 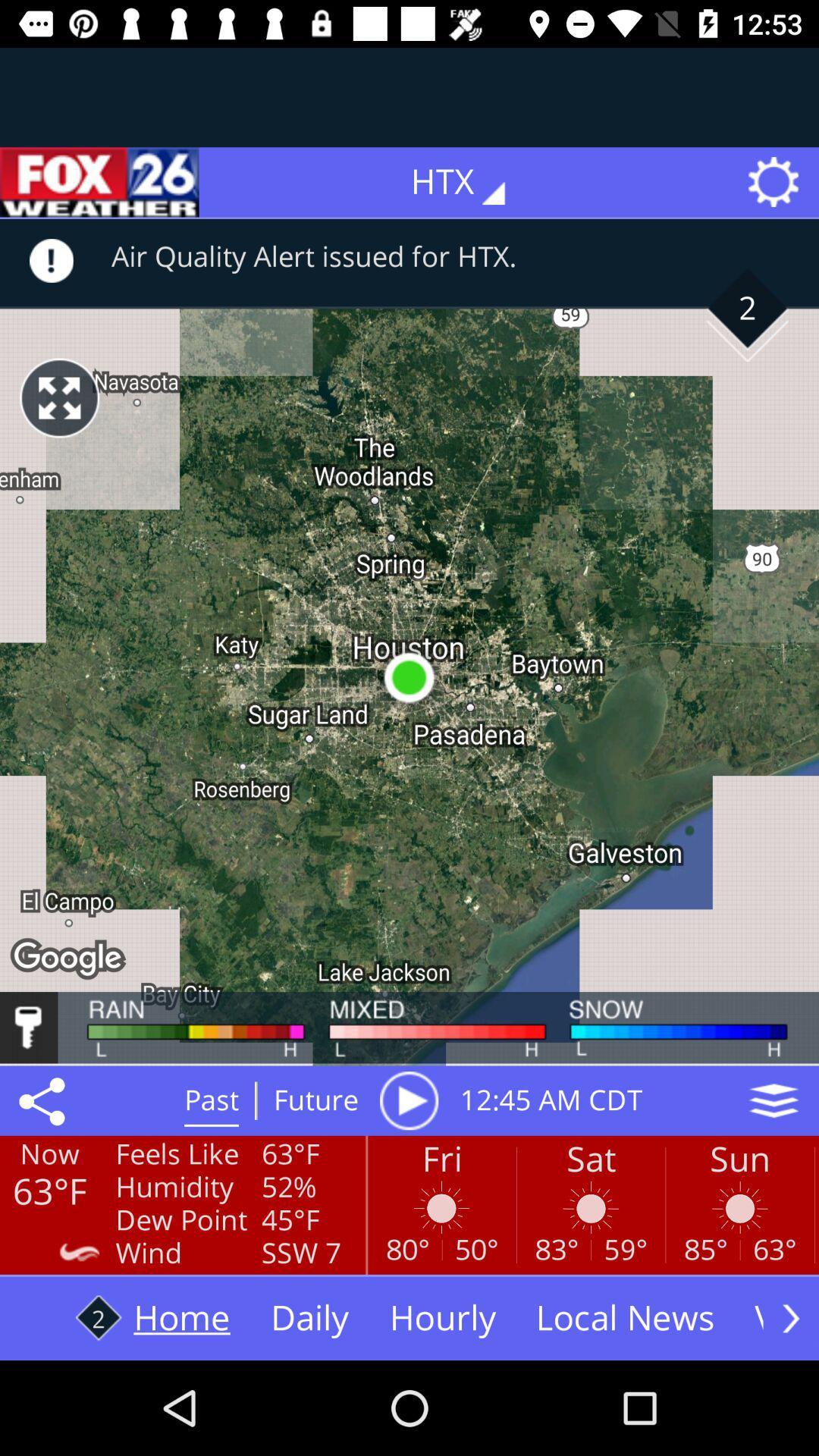 I want to click on icon next to the feels like, so click(x=44, y=1100).